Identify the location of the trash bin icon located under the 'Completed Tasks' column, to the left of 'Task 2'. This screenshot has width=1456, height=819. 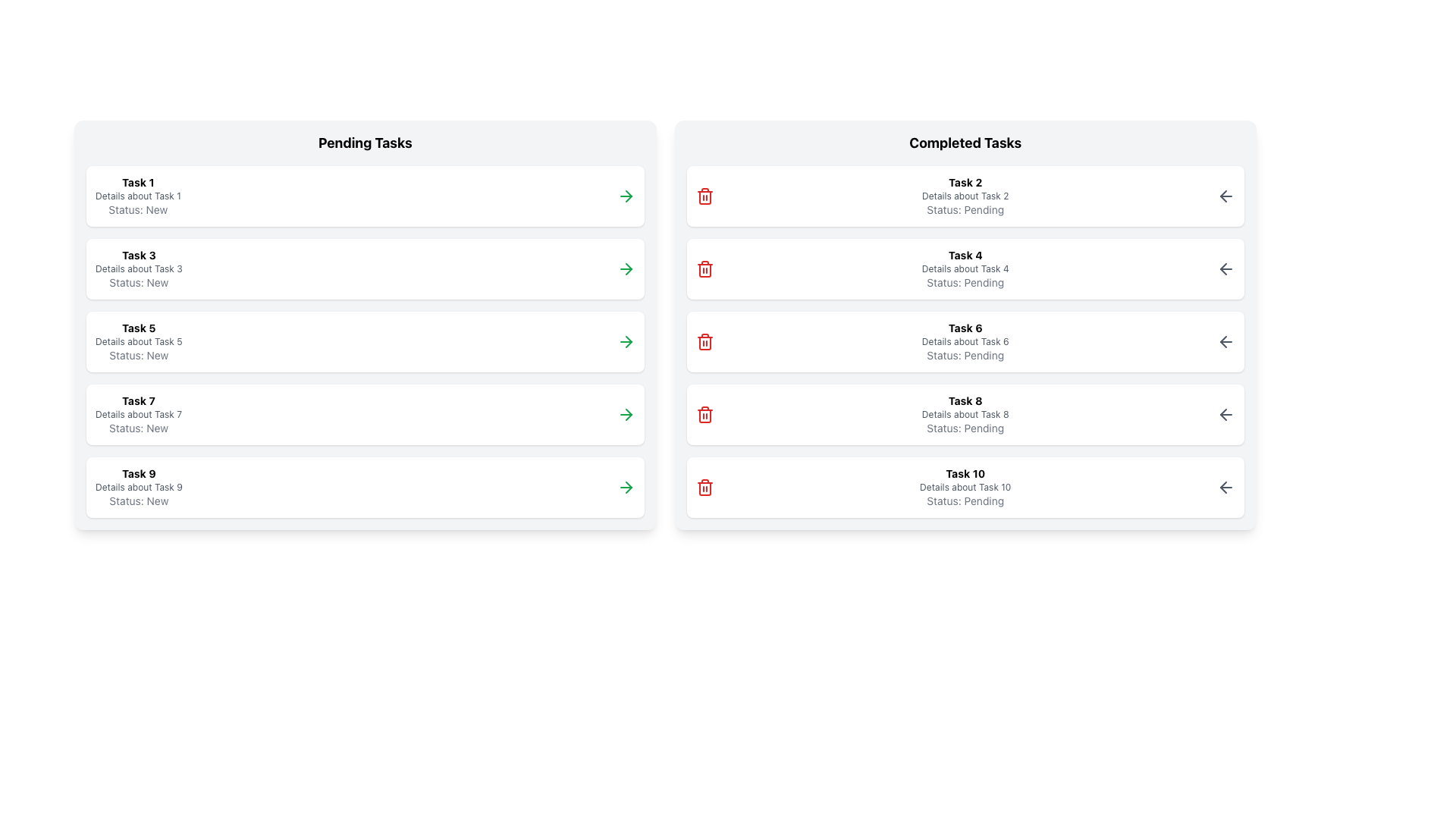
(704, 416).